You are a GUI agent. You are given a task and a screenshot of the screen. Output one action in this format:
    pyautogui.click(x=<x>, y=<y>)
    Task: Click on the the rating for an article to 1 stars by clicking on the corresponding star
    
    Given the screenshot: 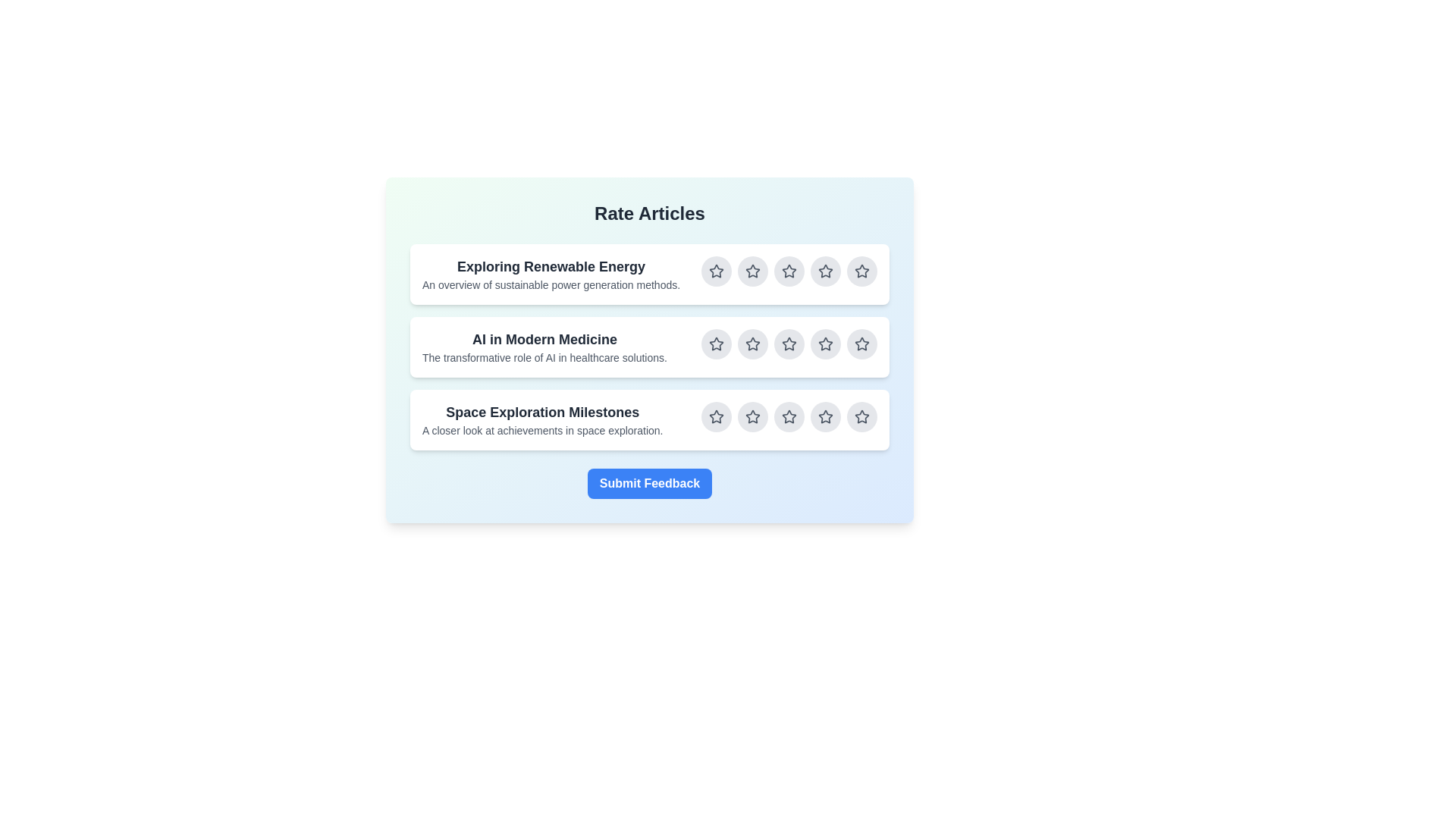 What is the action you would take?
    pyautogui.click(x=716, y=271)
    